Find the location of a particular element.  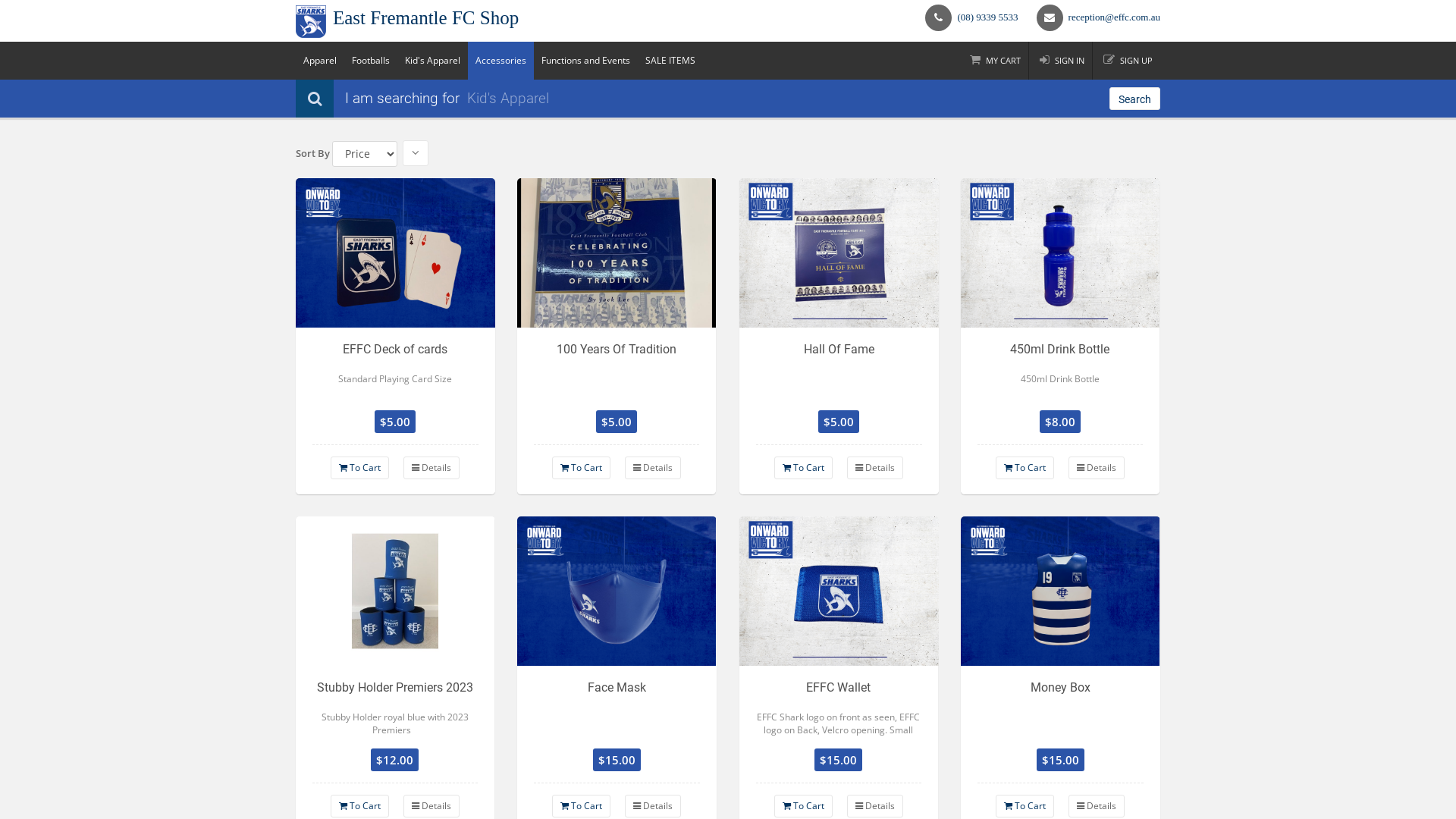

'SIGN UP' is located at coordinates (1128, 60).